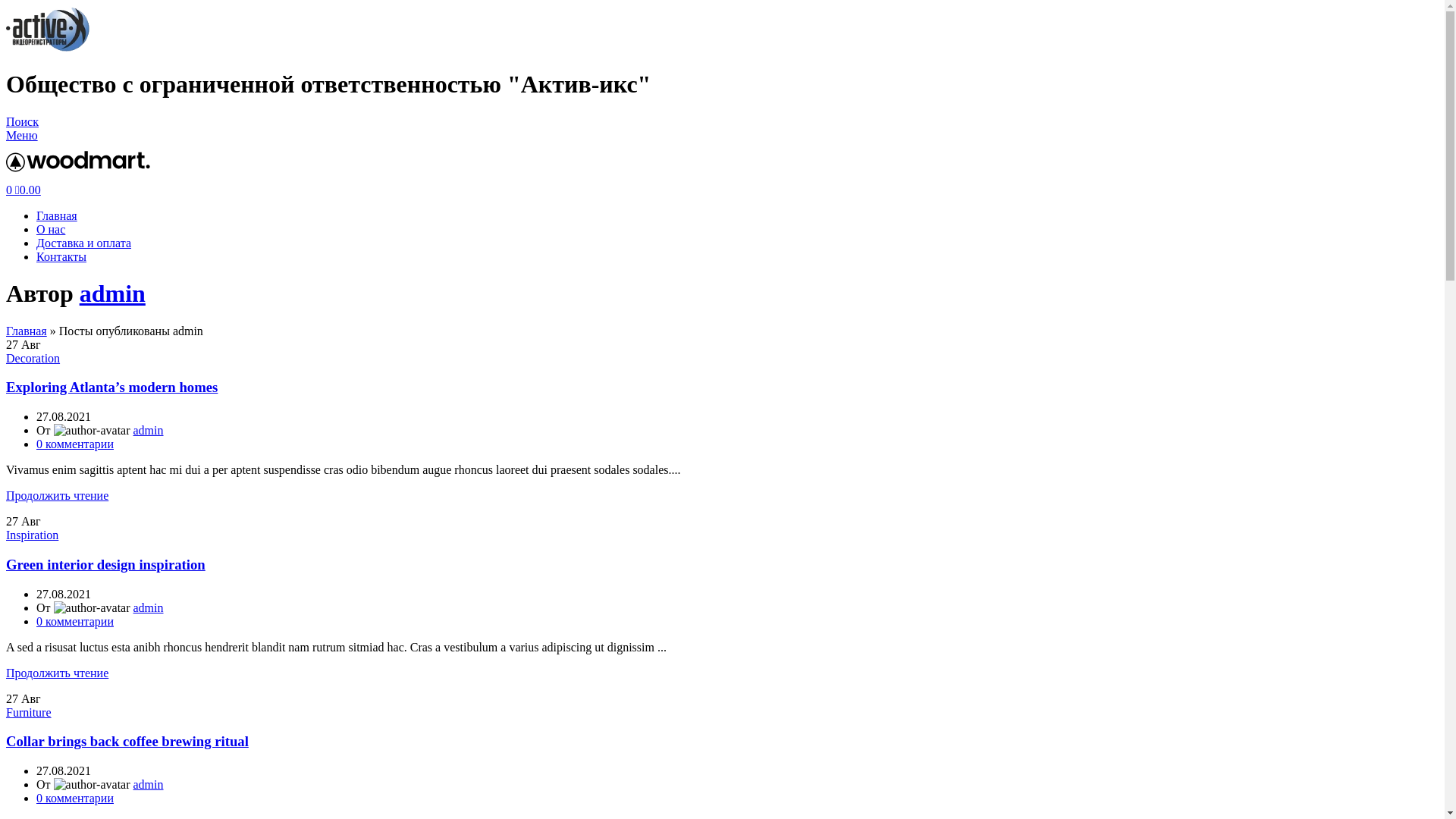  I want to click on 'Inspiration', so click(32, 534).